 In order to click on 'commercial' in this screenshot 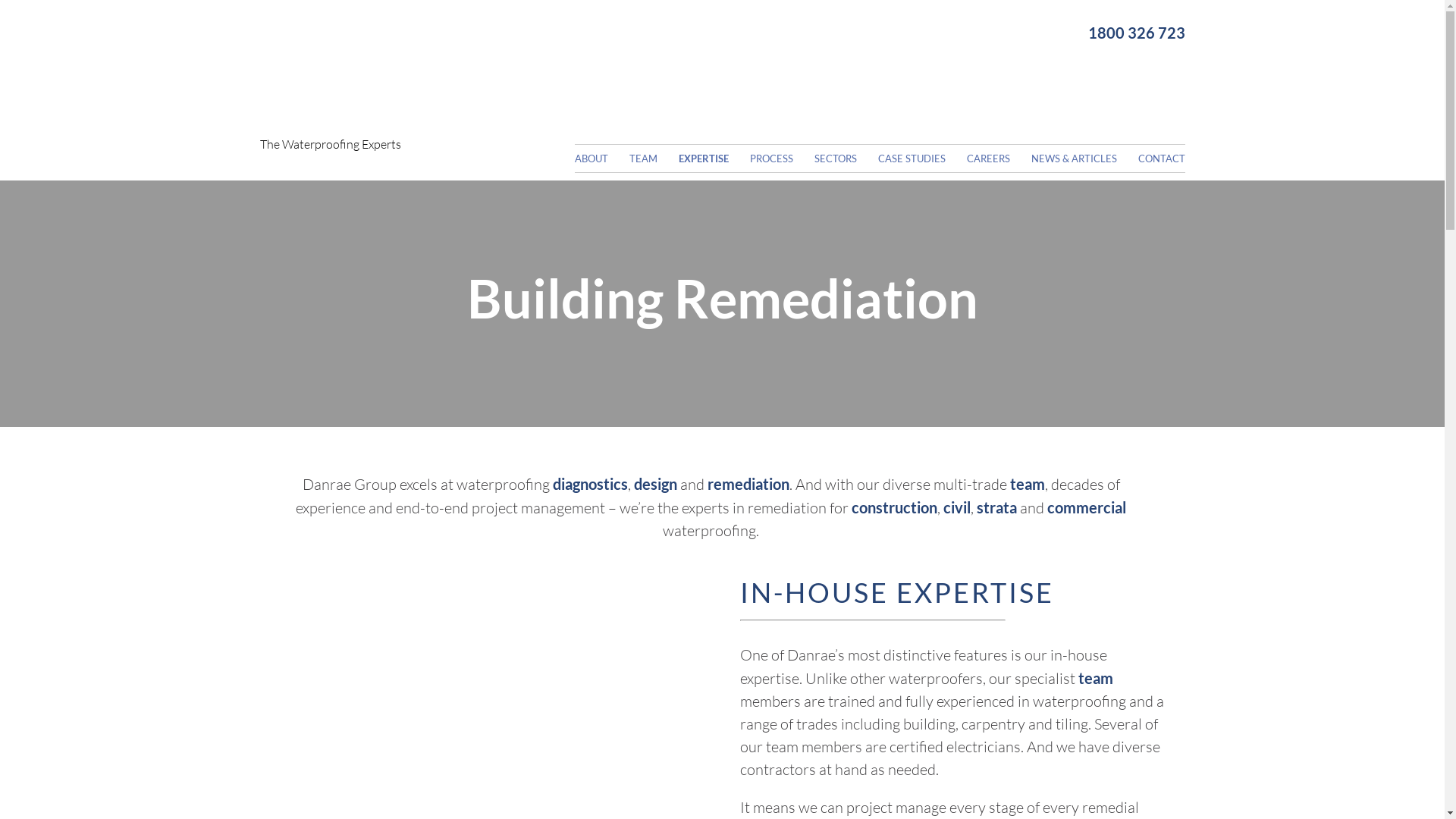, I will do `click(1086, 507)`.